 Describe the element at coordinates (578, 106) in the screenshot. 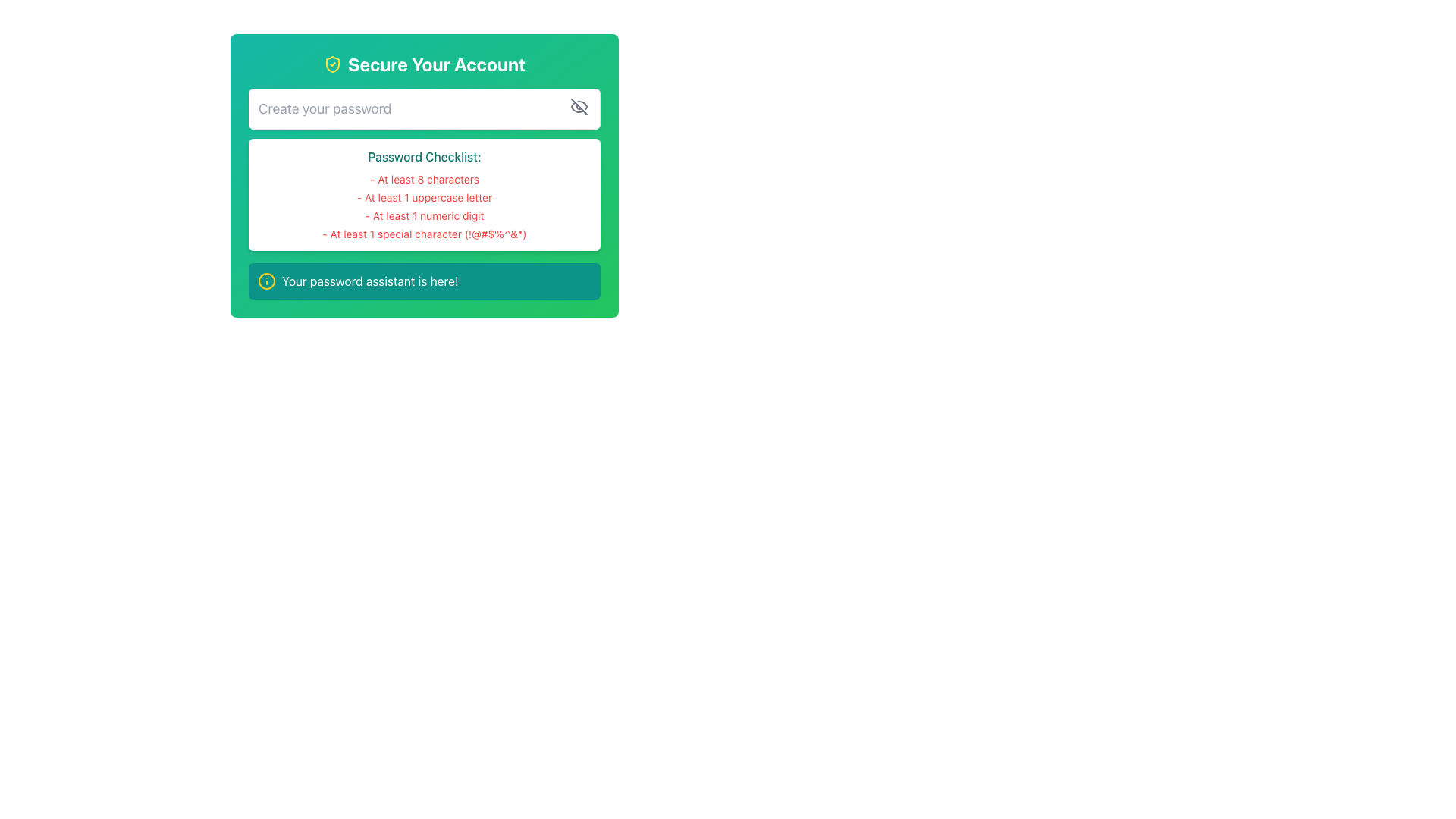

I see `the toggle button in the top-right corner of the password input field to show or hide the entered password` at that location.